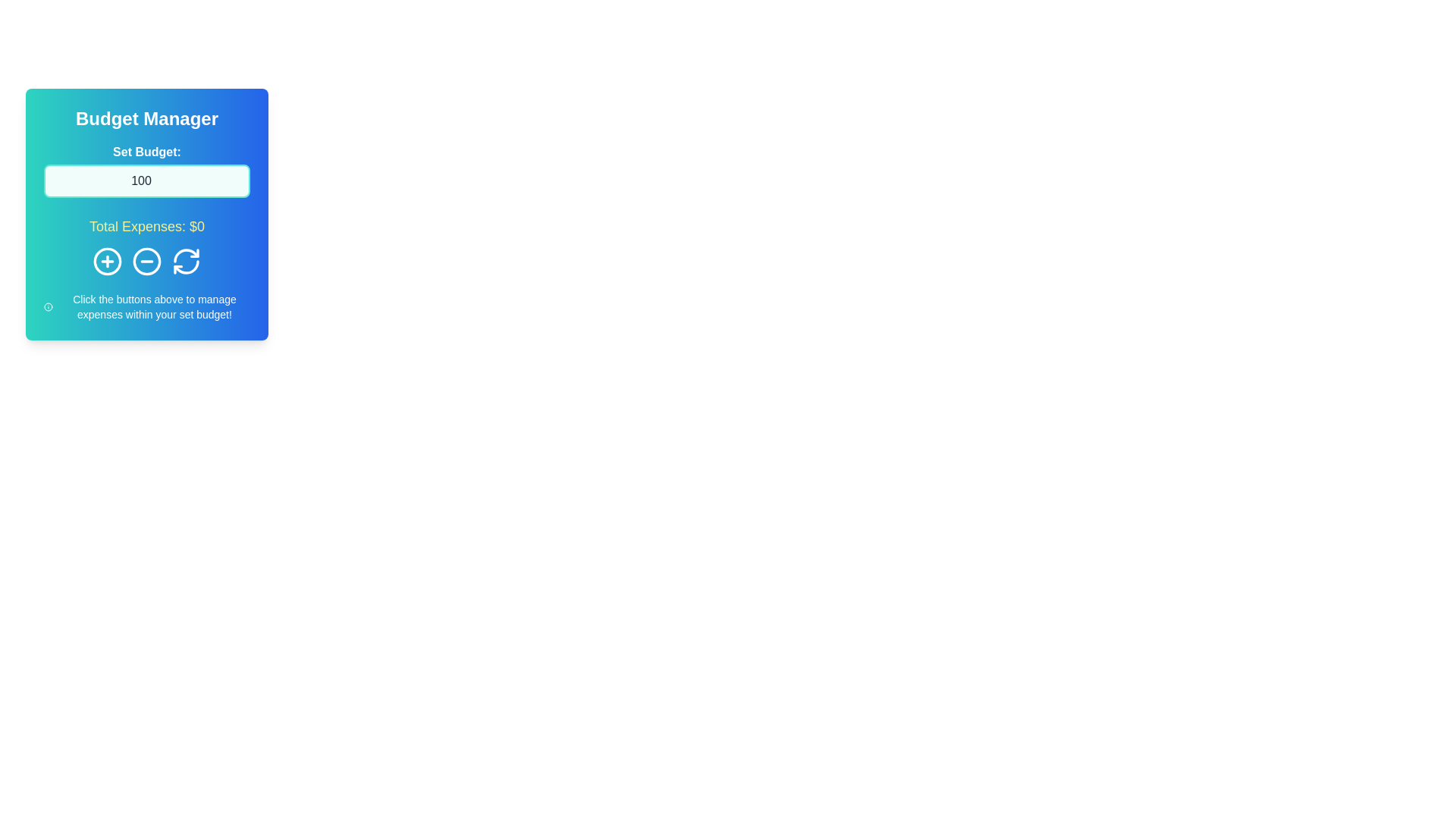  What do you see at coordinates (154, 307) in the screenshot?
I see `the Text Label that contains the phrase 'Click the buttons above to manage expenses within your set budget!' which is styled with small white text on a blue gradient background` at bounding box center [154, 307].